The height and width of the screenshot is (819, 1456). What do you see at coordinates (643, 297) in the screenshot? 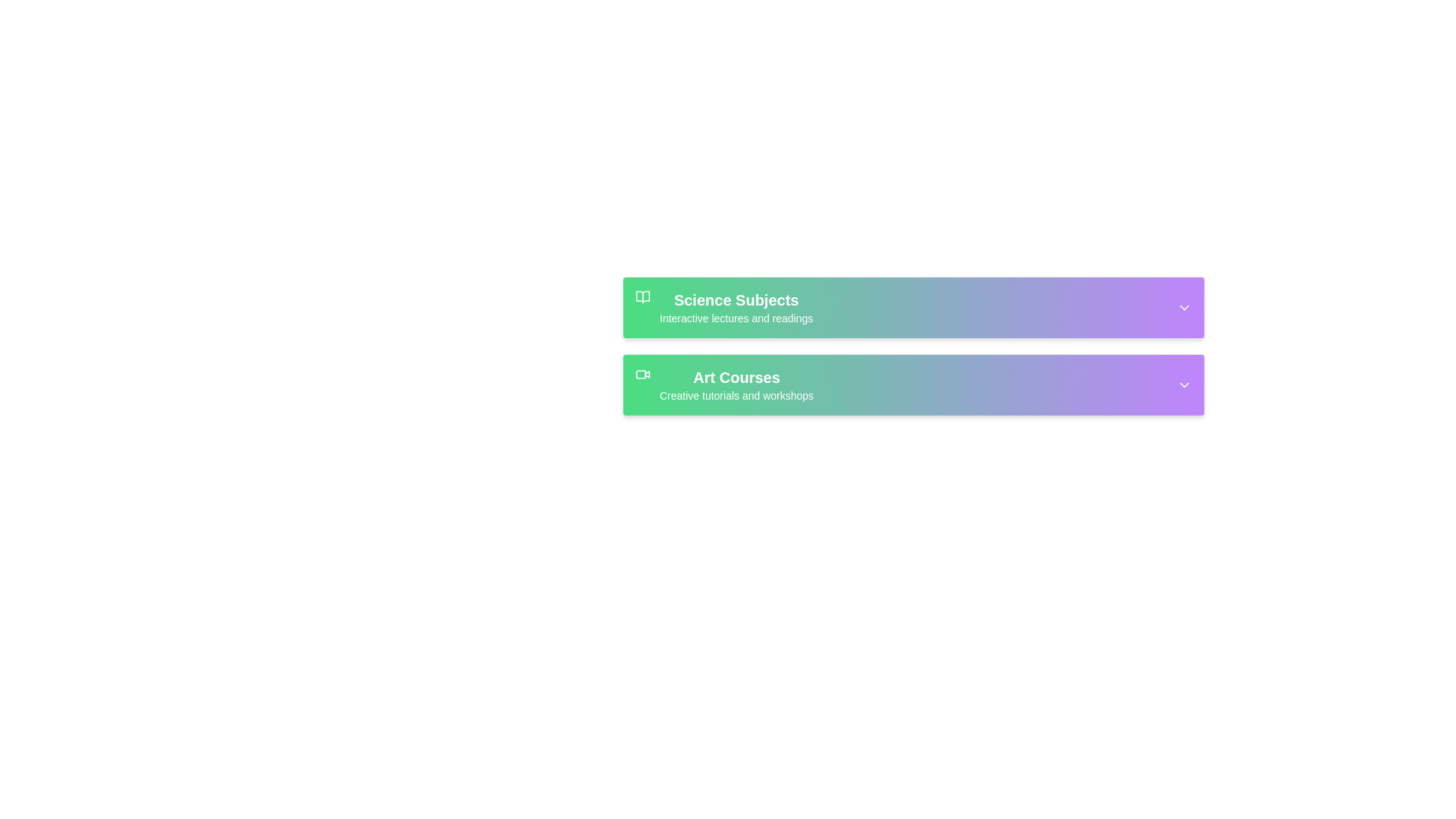
I see `the book icon on the 'Science Subjects' card located at the top-left side, to the left of the card's title text, passively` at bounding box center [643, 297].